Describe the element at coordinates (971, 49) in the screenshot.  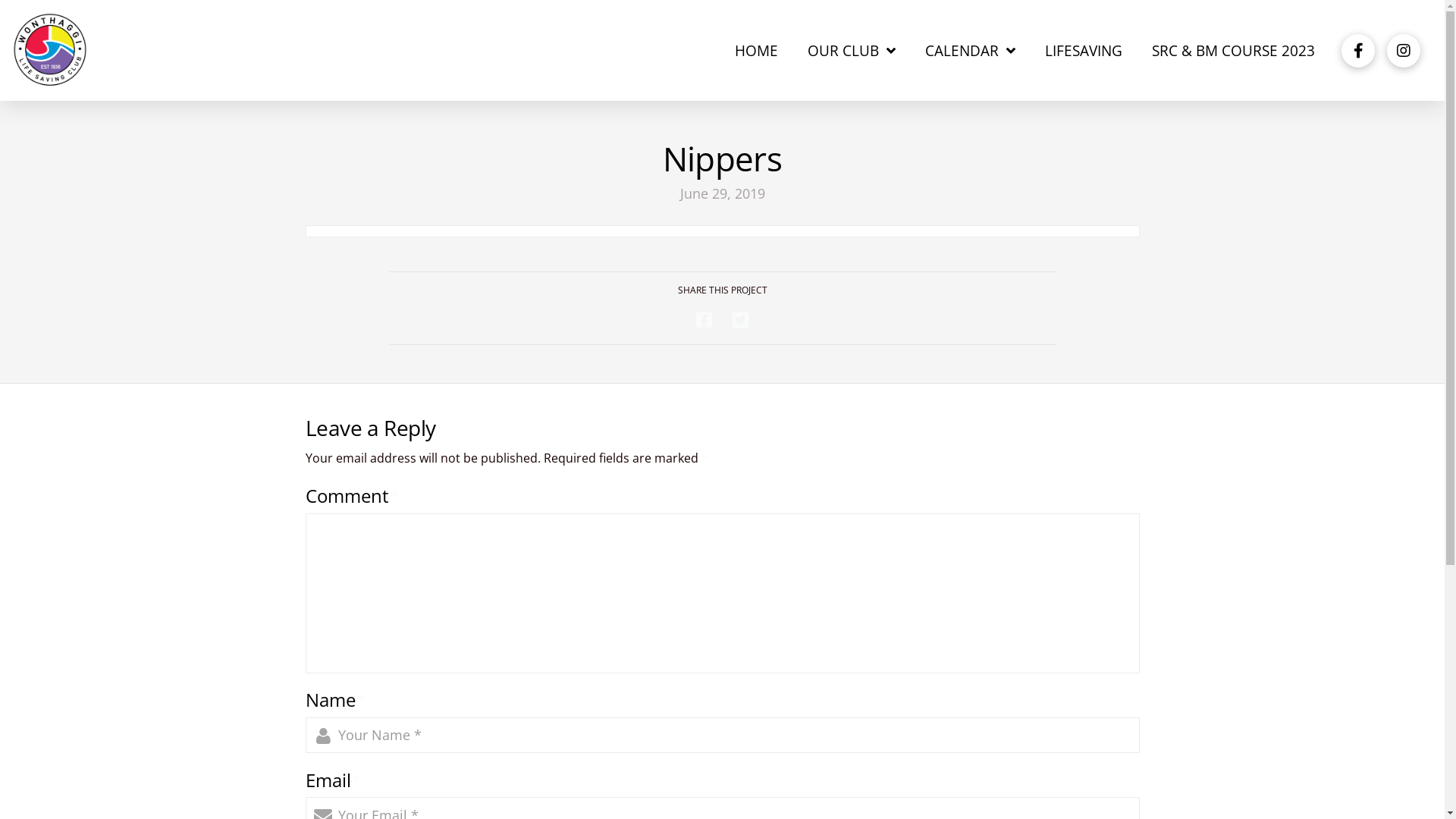
I see `'CALENDAR'` at that location.